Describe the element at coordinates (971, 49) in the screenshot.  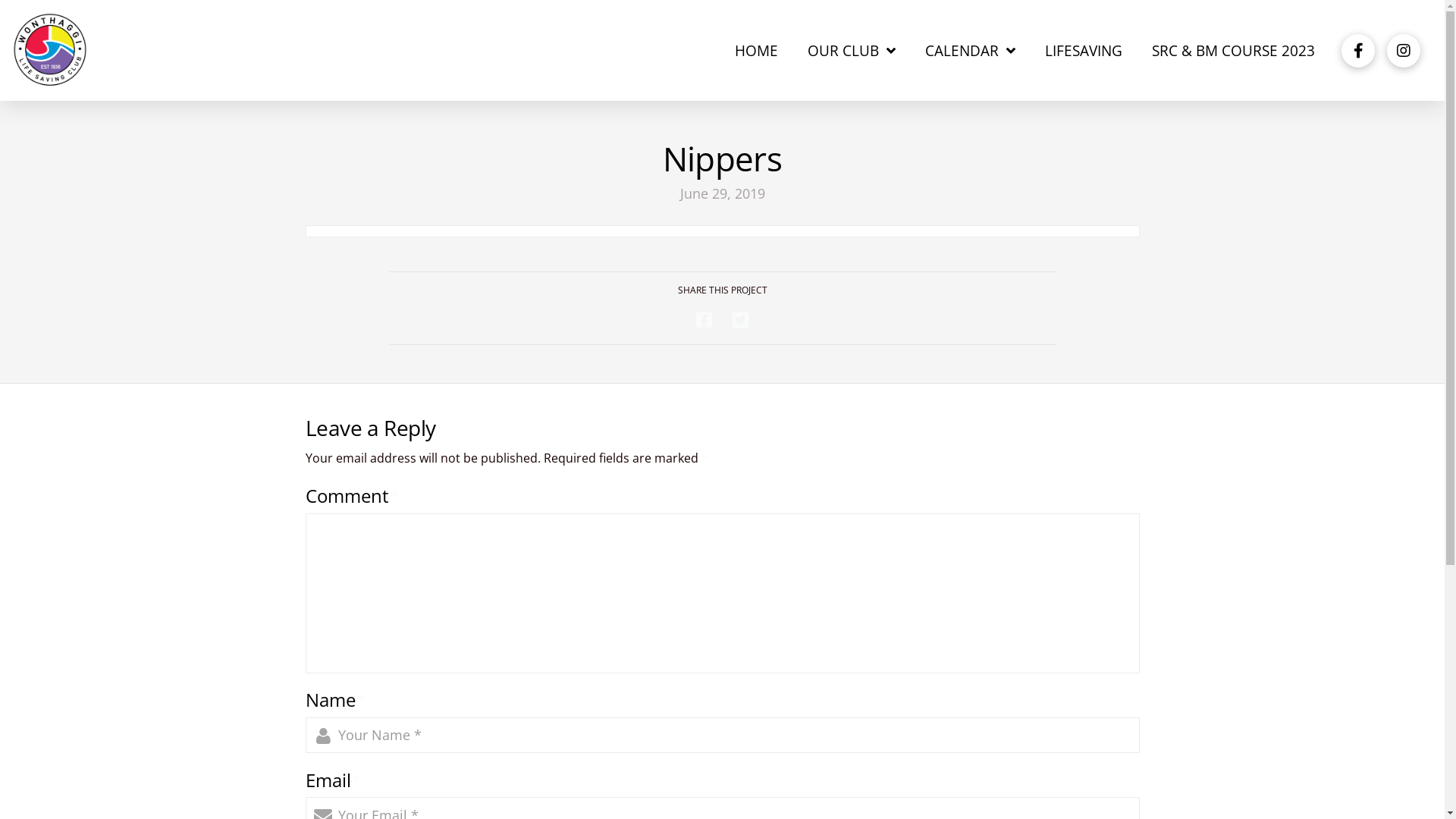
I see `'CALENDAR'` at that location.